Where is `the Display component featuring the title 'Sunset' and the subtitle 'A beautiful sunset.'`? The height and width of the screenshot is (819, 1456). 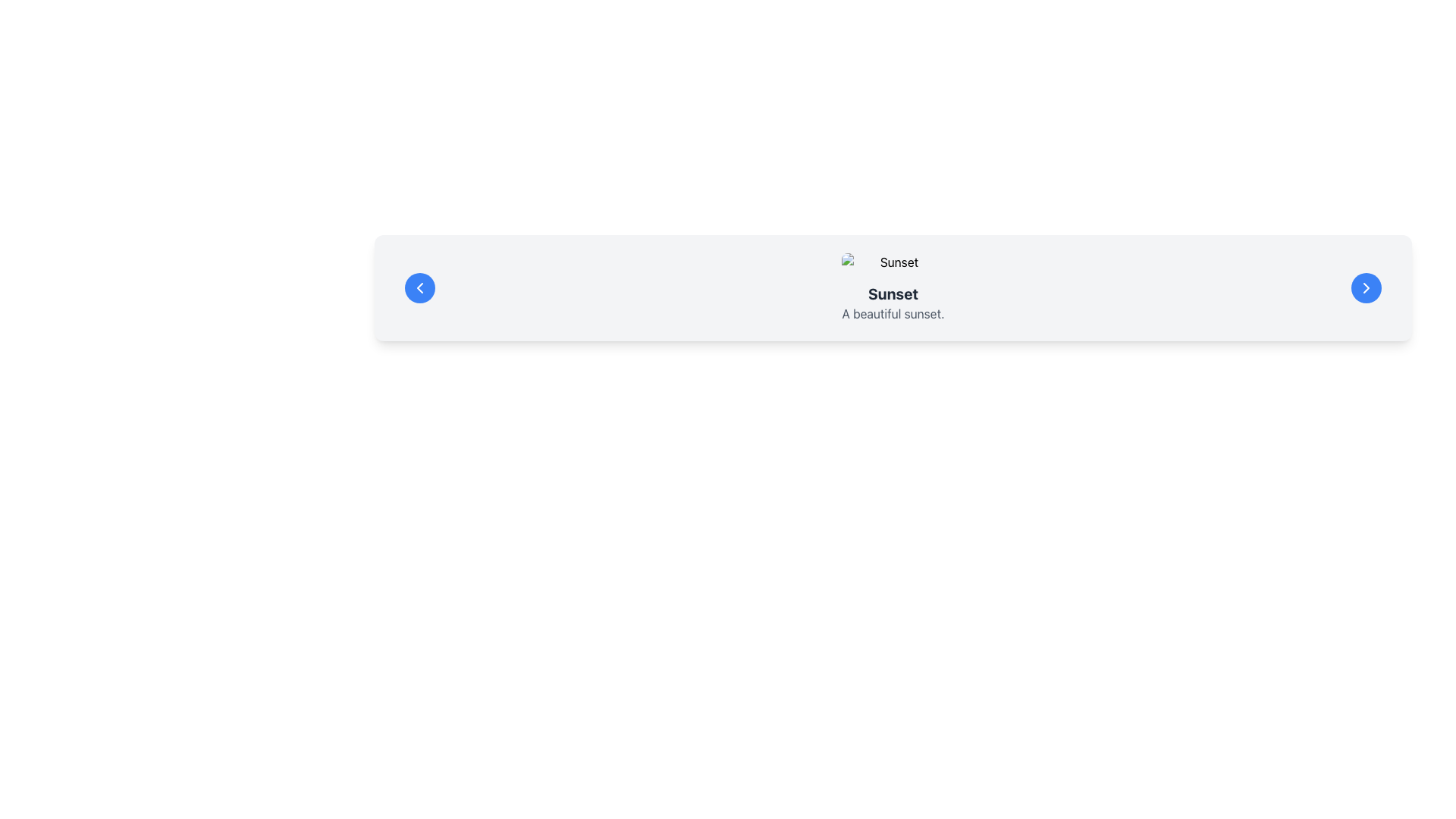 the Display component featuring the title 'Sunset' and the subtitle 'A beautiful sunset.' is located at coordinates (893, 288).